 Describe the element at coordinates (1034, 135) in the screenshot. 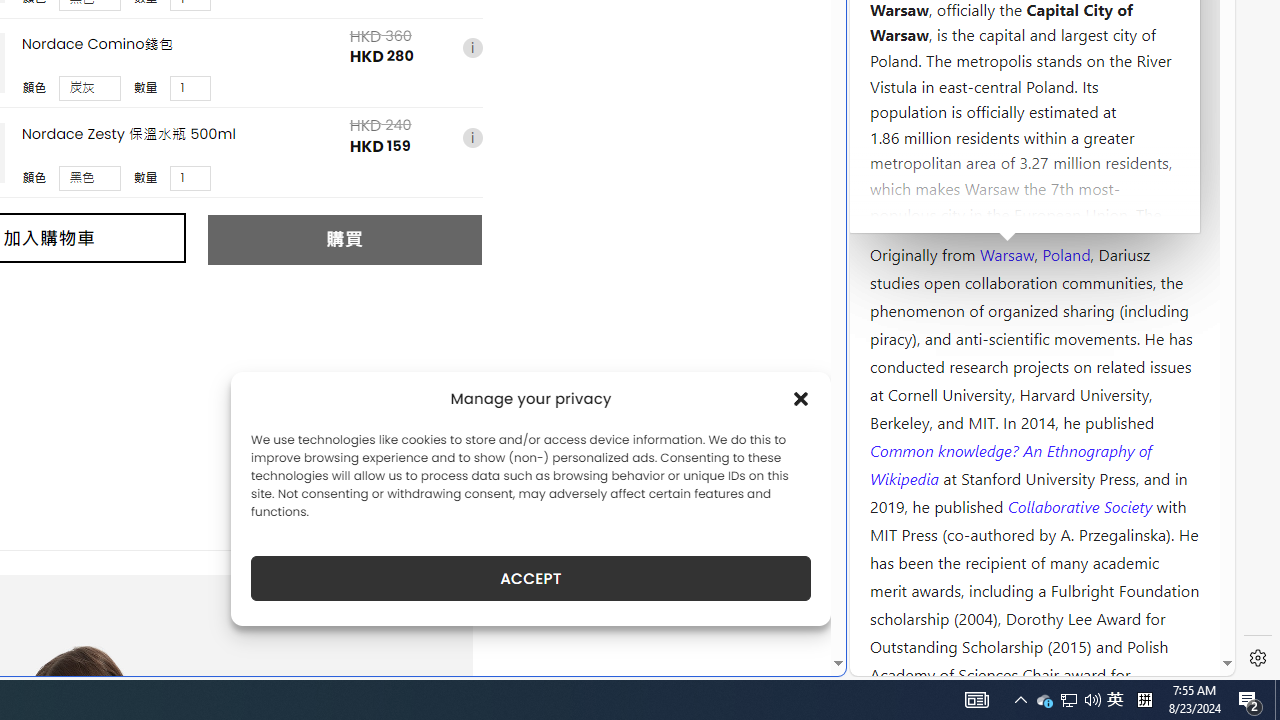

I see `'Kozminski University'` at that location.